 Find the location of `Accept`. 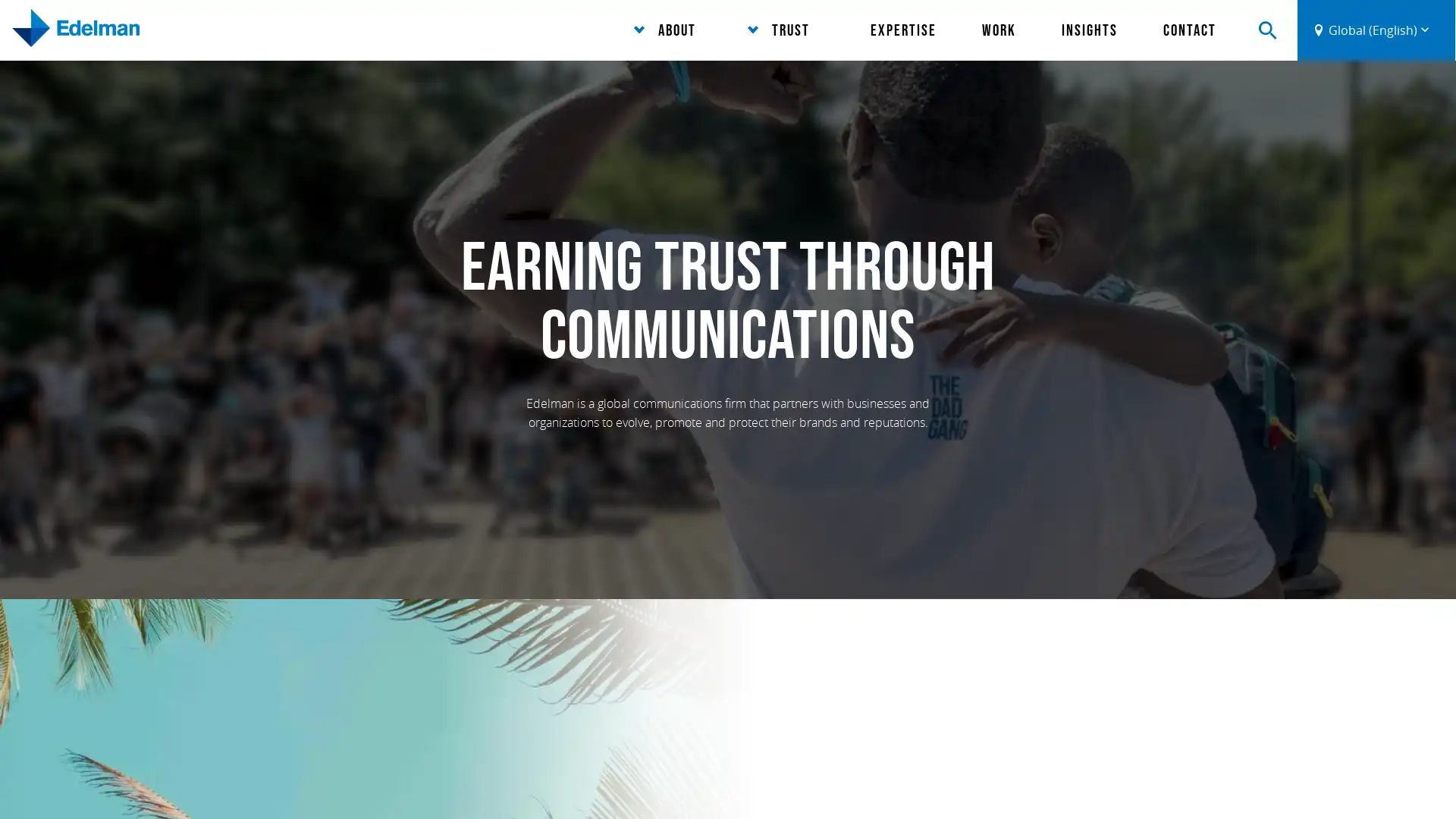

Accept is located at coordinates (934, 783).